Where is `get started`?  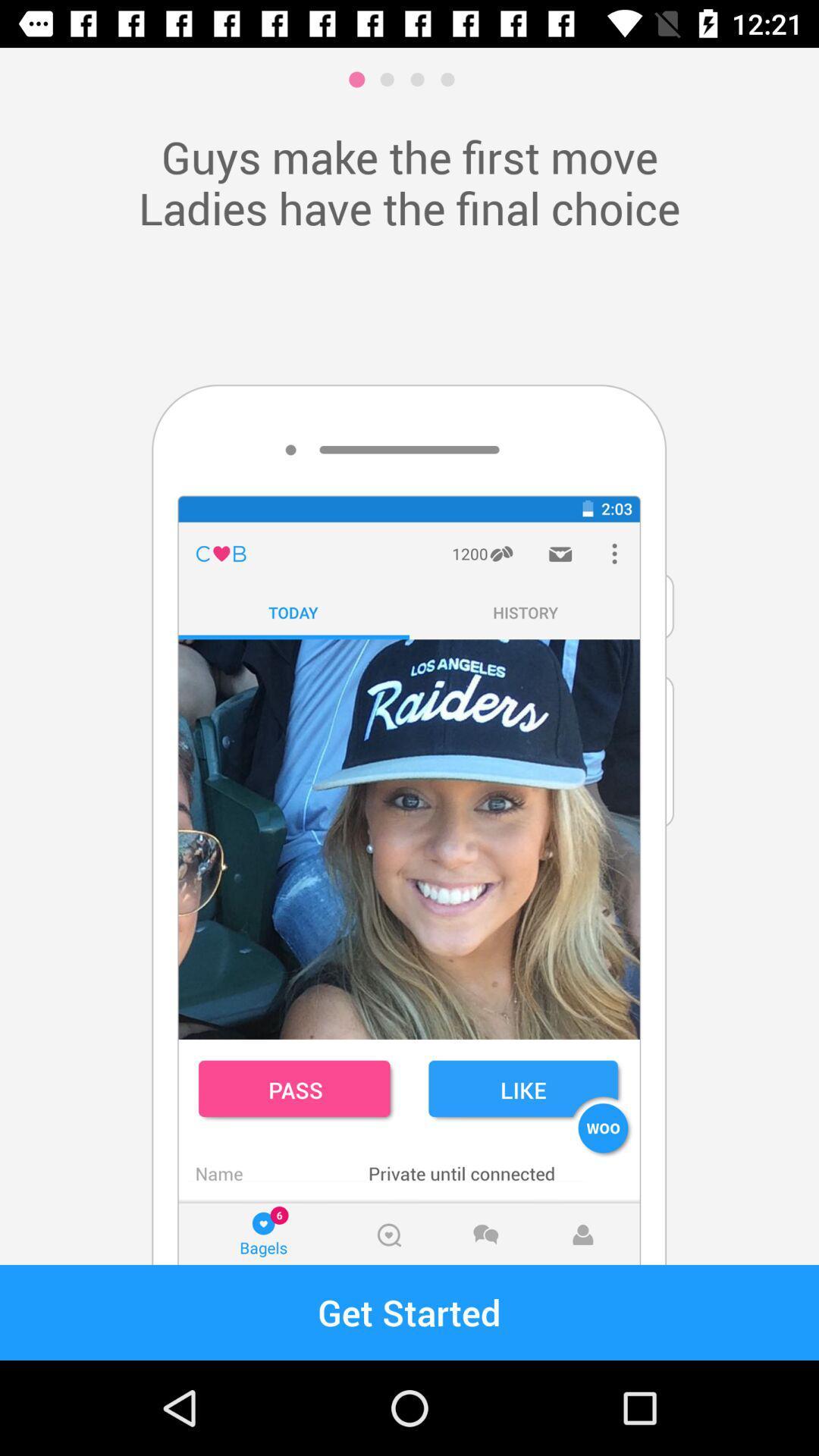
get started is located at coordinates (409, 1312).